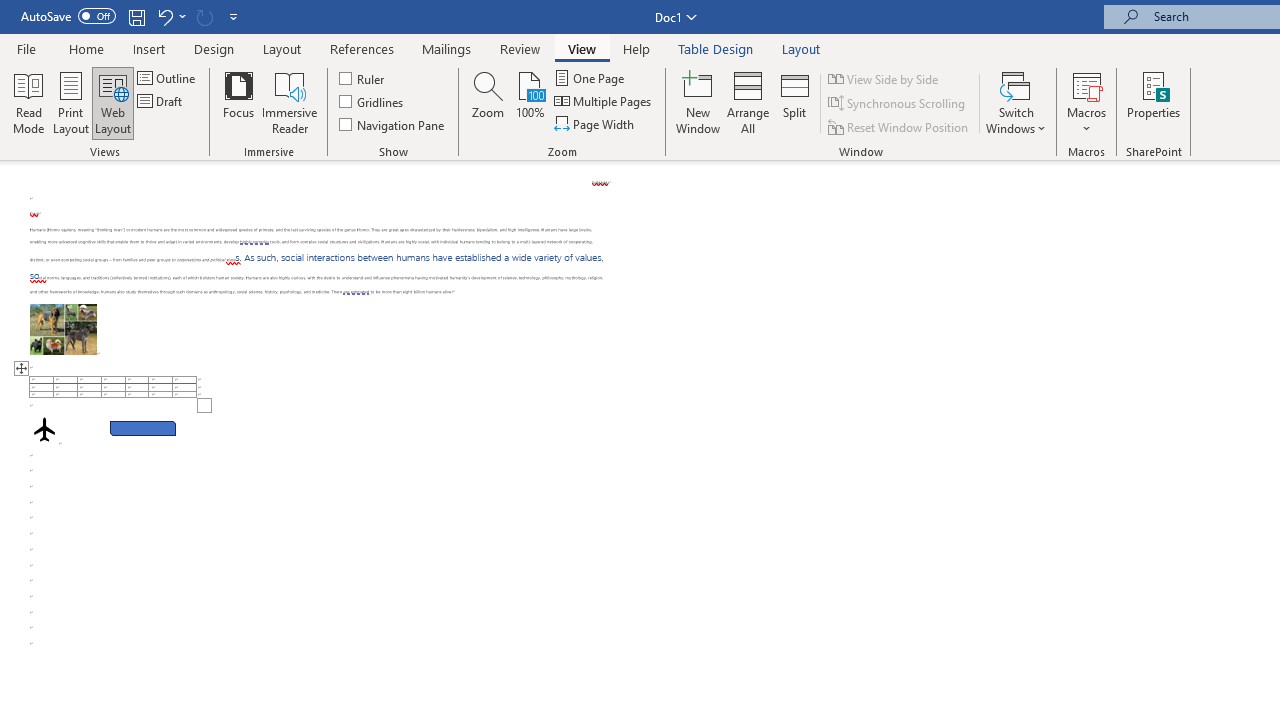 This screenshot has width=1280, height=720. What do you see at coordinates (899, 127) in the screenshot?
I see `'Reset Window Position'` at bounding box center [899, 127].